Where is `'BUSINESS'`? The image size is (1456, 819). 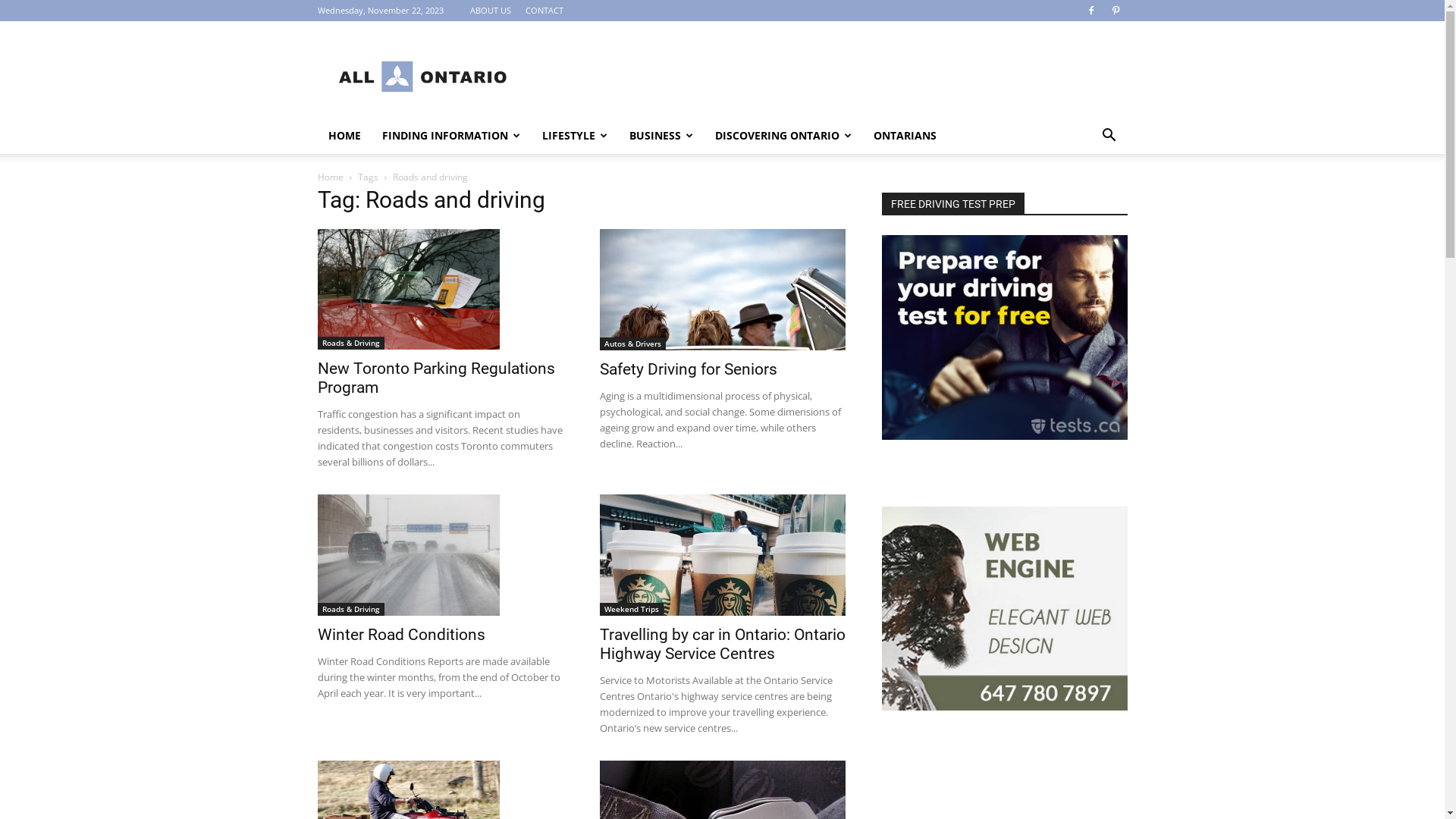
'BUSINESS' is located at coordinates (661, 134).